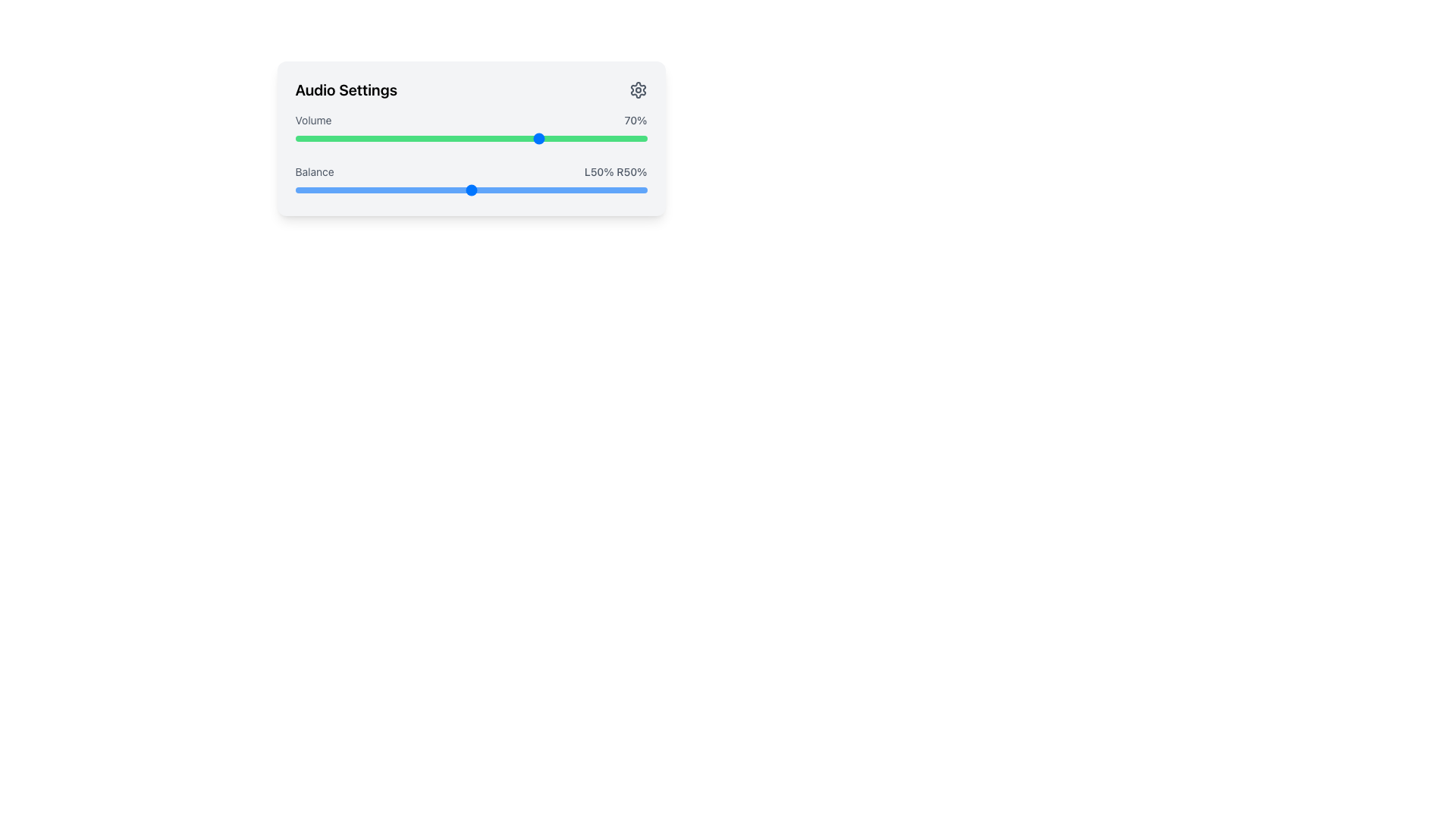 This screenshot has height=819, width=1456. What do you see at coordinates (562, 189) in the screenshot?
I see `the balance` at bounding box center [562, 189].